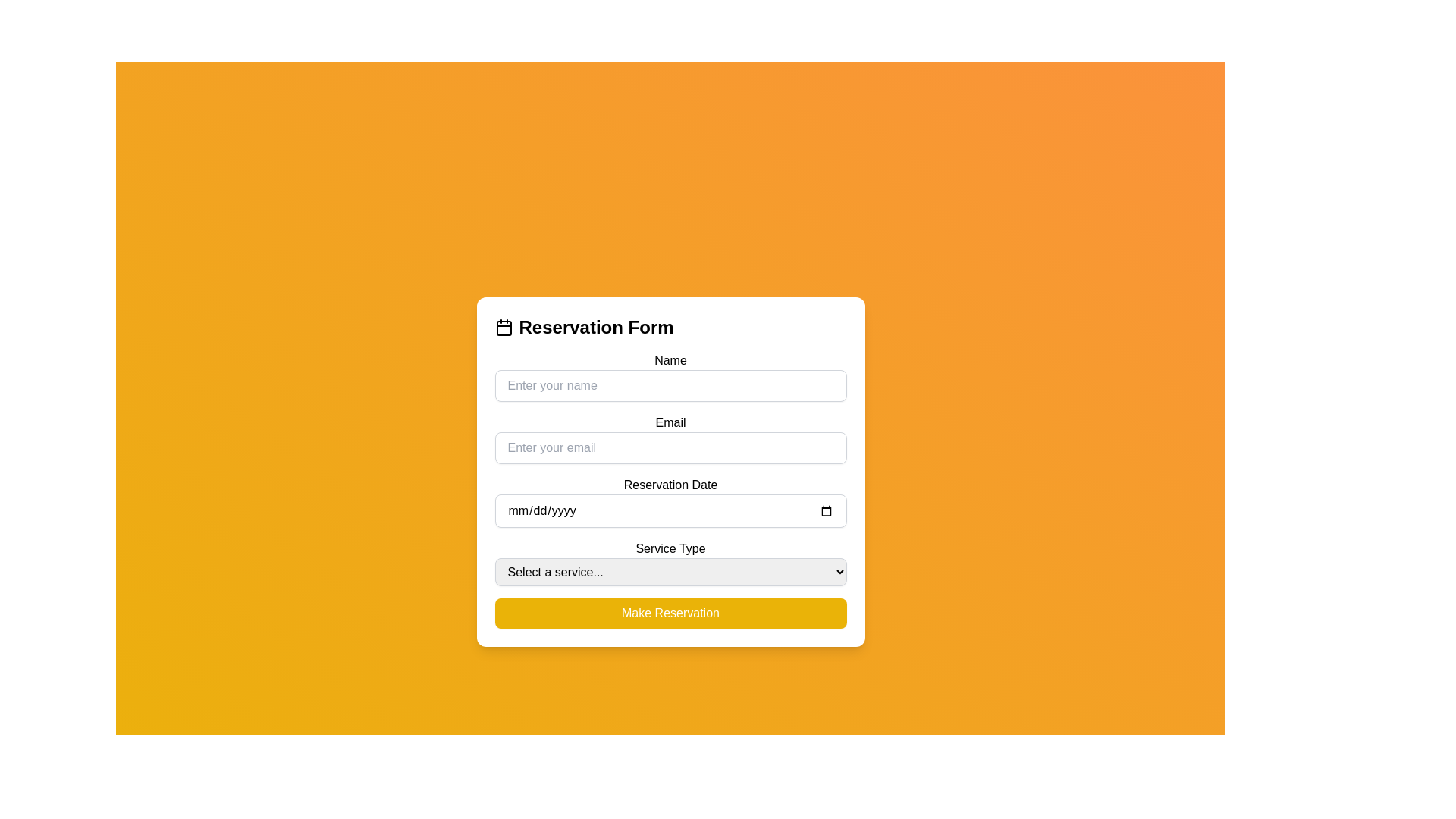  Describe the element at coordinates (670, 360) in the screenshot. I see `the 'Name' label, which is styled with a bold font and serves as a header for the input field directly below it` at that location.